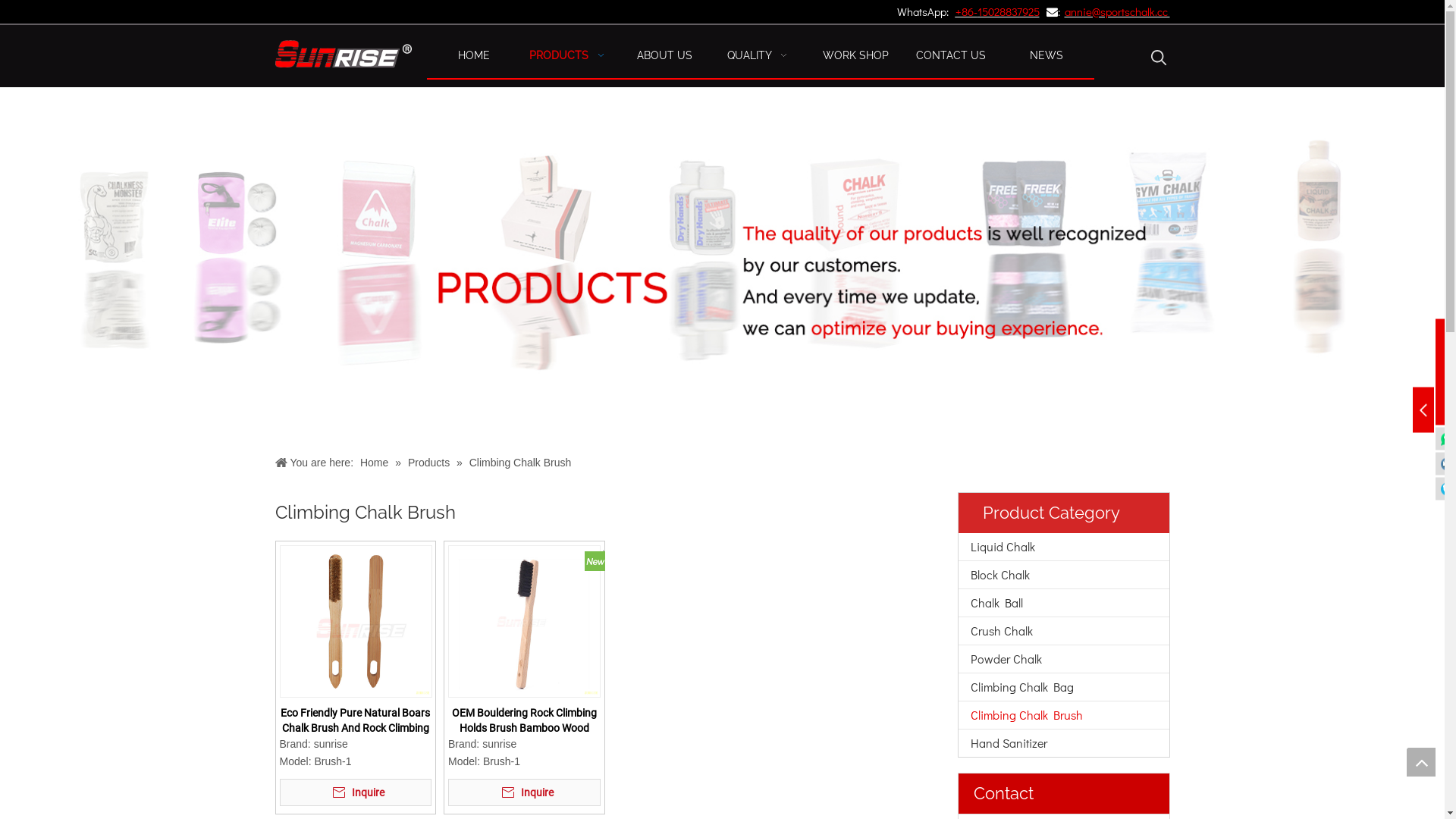 The width and height of the screenshot is (1456, 819). What do you see at coordinates (429, 461) in the screenshot?
I see `'Products'` at bounding box center [429, 461].